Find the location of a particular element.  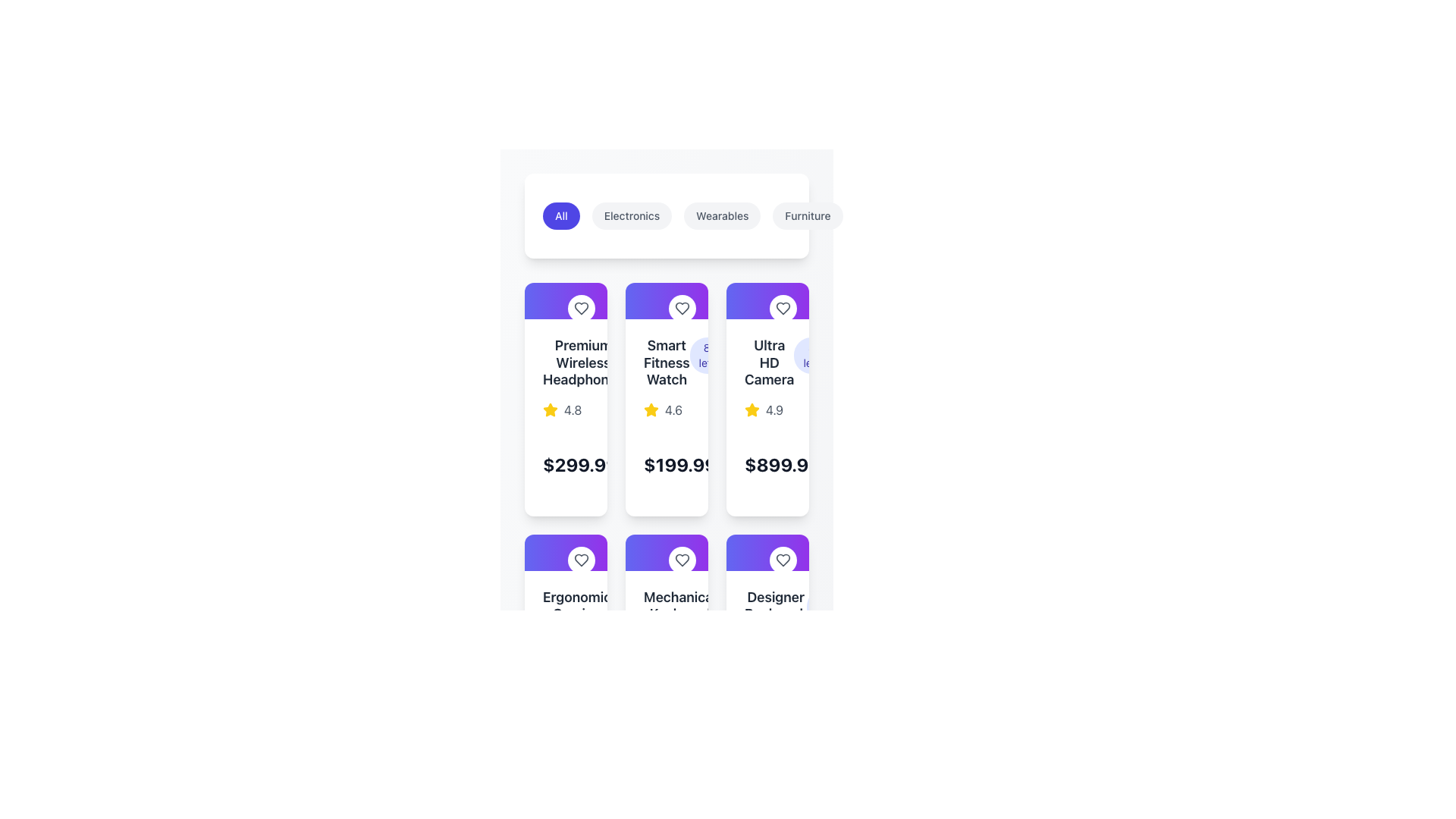

the text display component that shows the product name 'Smart Fitness Watch' and its stock status '8 left', located in the second card of the product list is located at coordinates (667, 362).